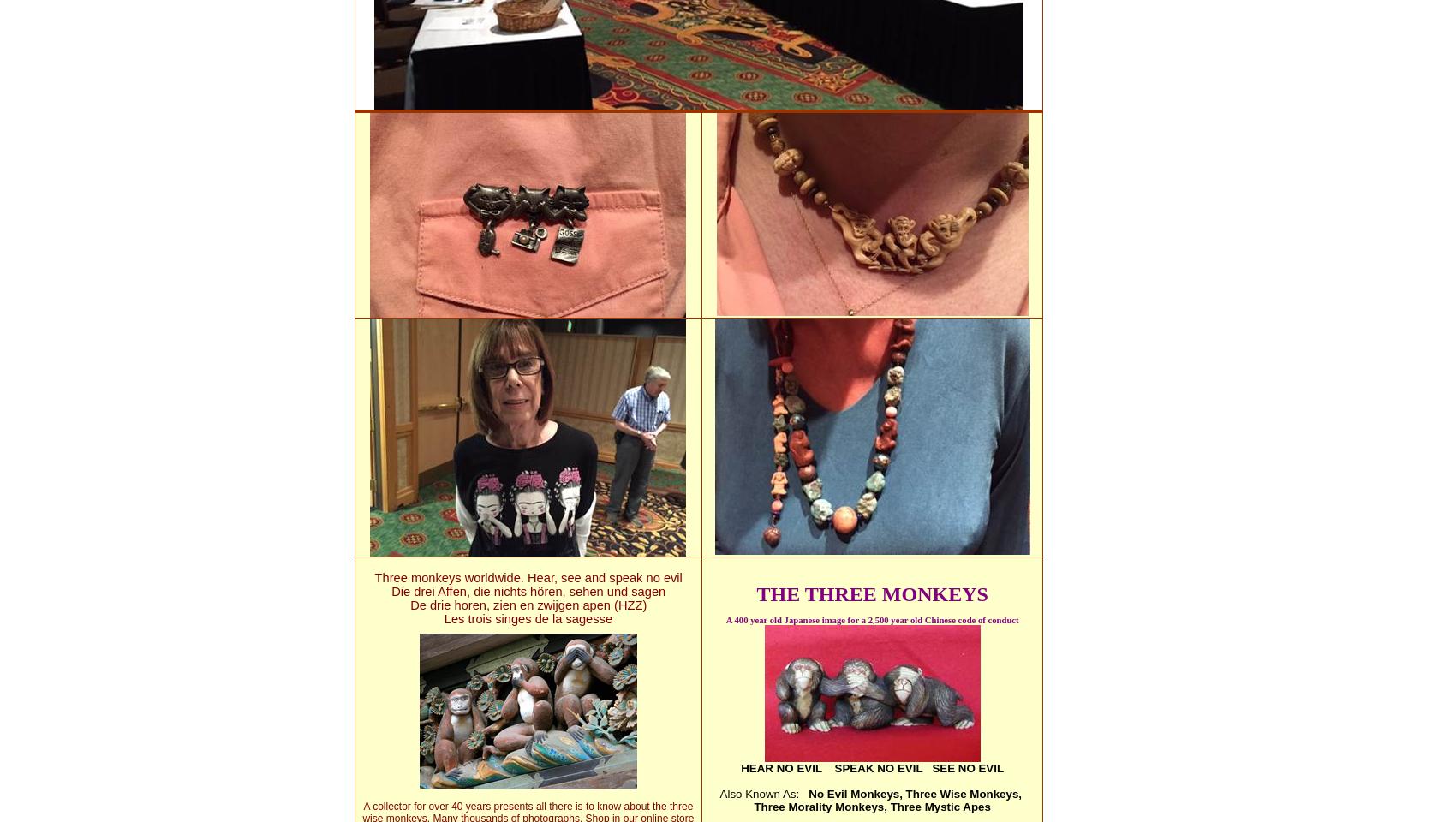  I want to click on 'Die drei Affen, die nichts hören,
  sehen und sagen', so click(527, 592).